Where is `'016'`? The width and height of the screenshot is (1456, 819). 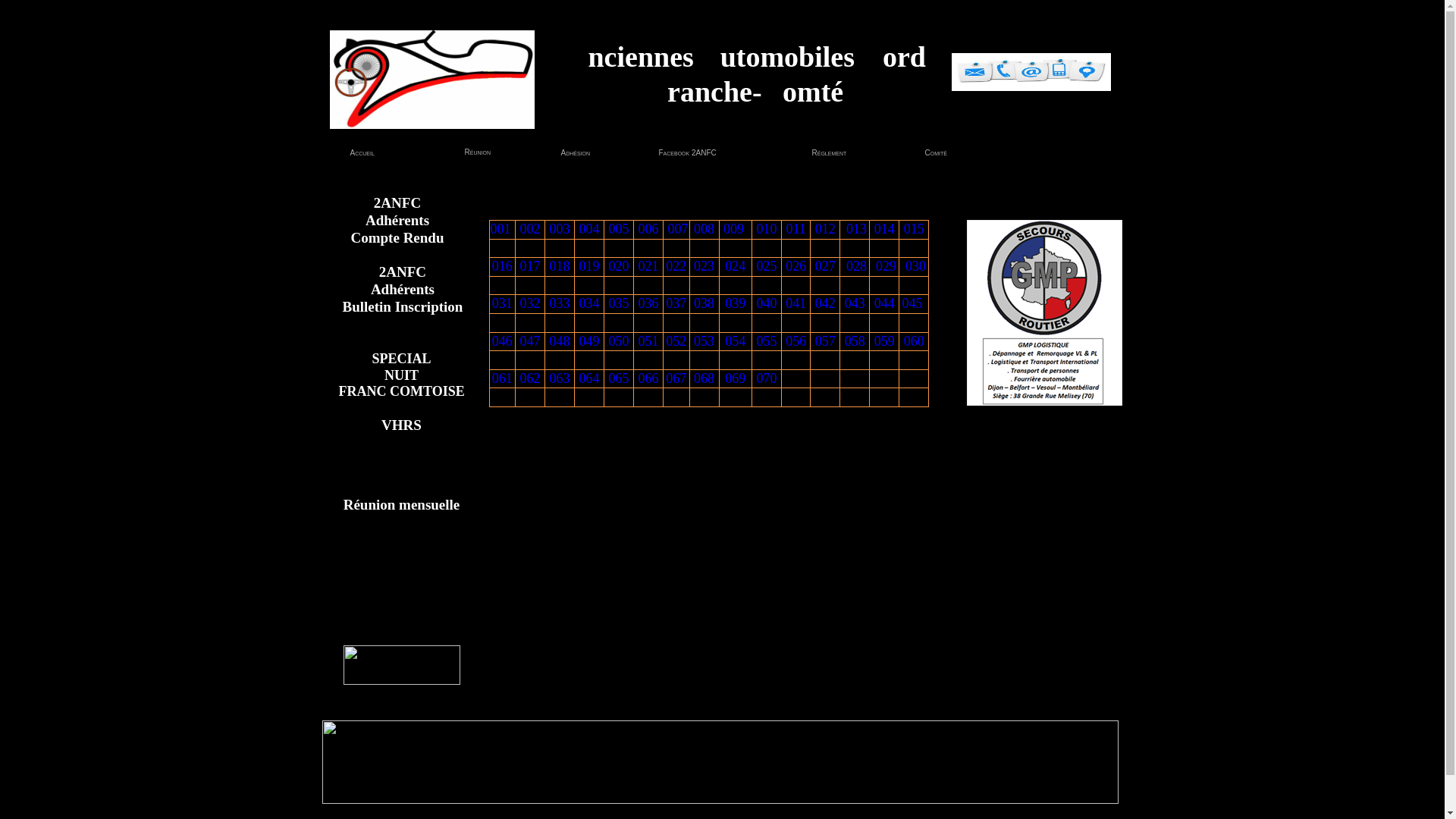
'016' is located at coordinates (491, 265).